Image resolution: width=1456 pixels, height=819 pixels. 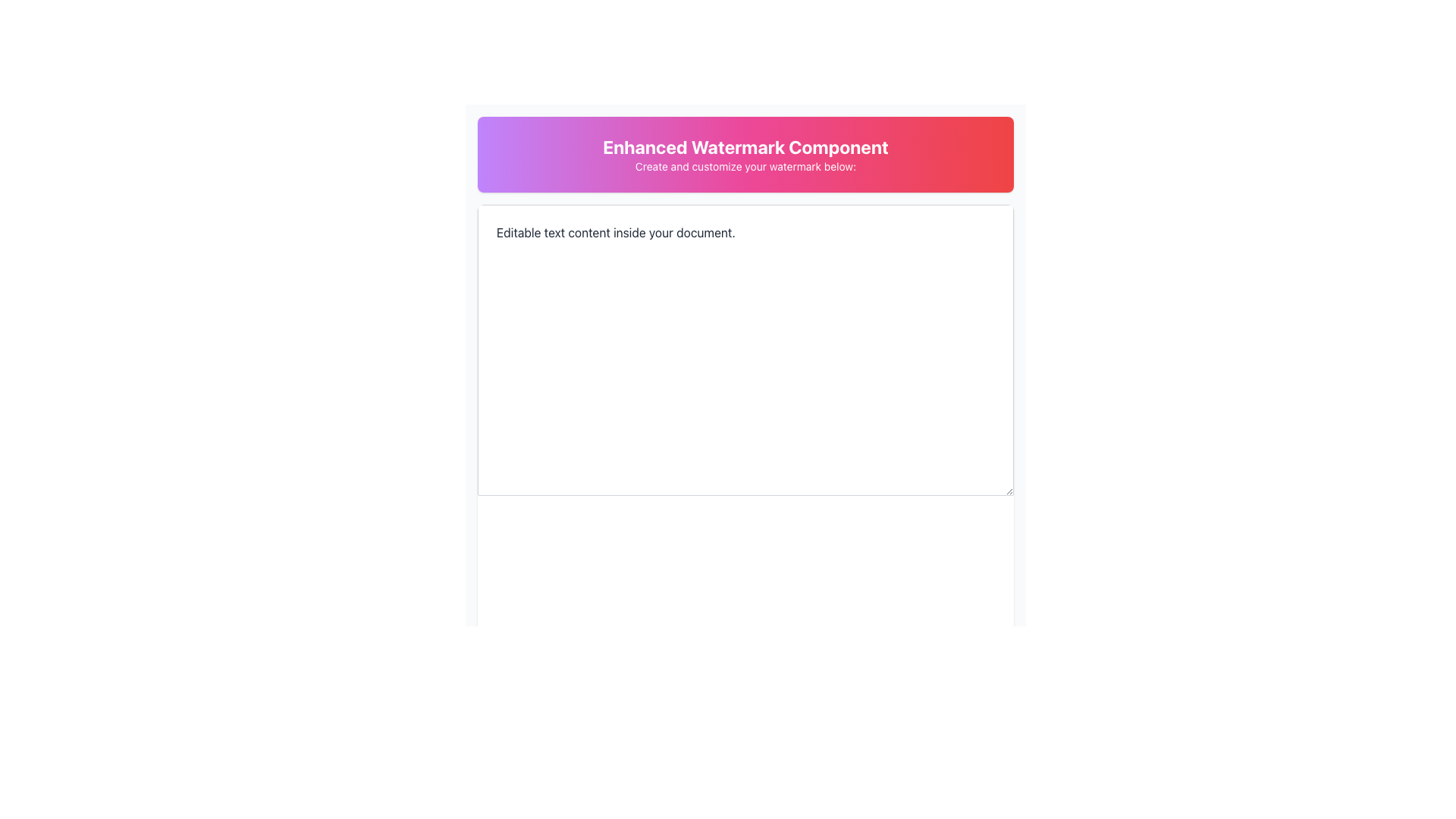 I want to click on the main heading static text element located at the top center of the interface, which introduces the functionality of the surrounding elements, so click(x=745, y=146).